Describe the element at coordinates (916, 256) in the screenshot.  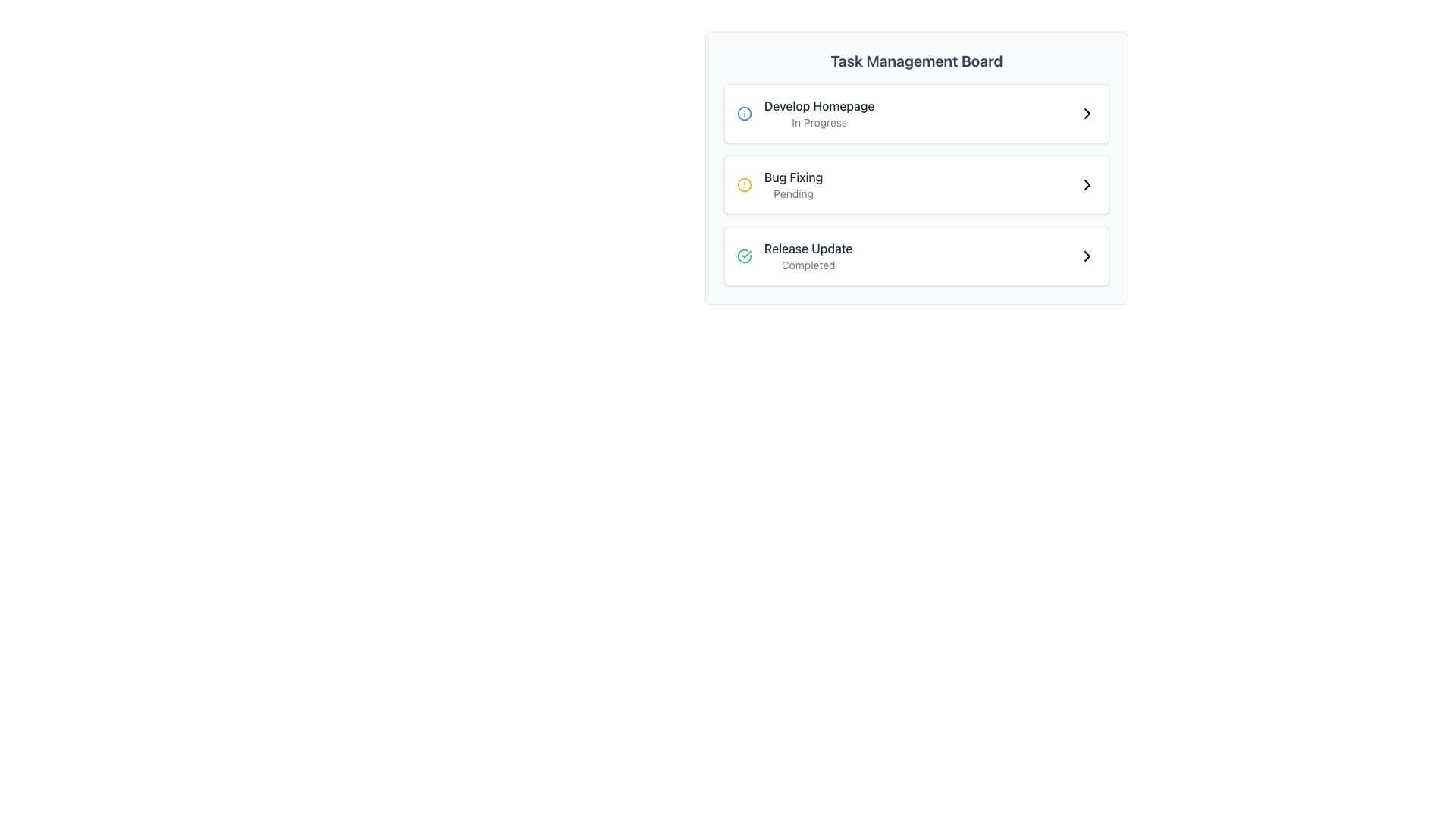
I see `the third item` at that location.